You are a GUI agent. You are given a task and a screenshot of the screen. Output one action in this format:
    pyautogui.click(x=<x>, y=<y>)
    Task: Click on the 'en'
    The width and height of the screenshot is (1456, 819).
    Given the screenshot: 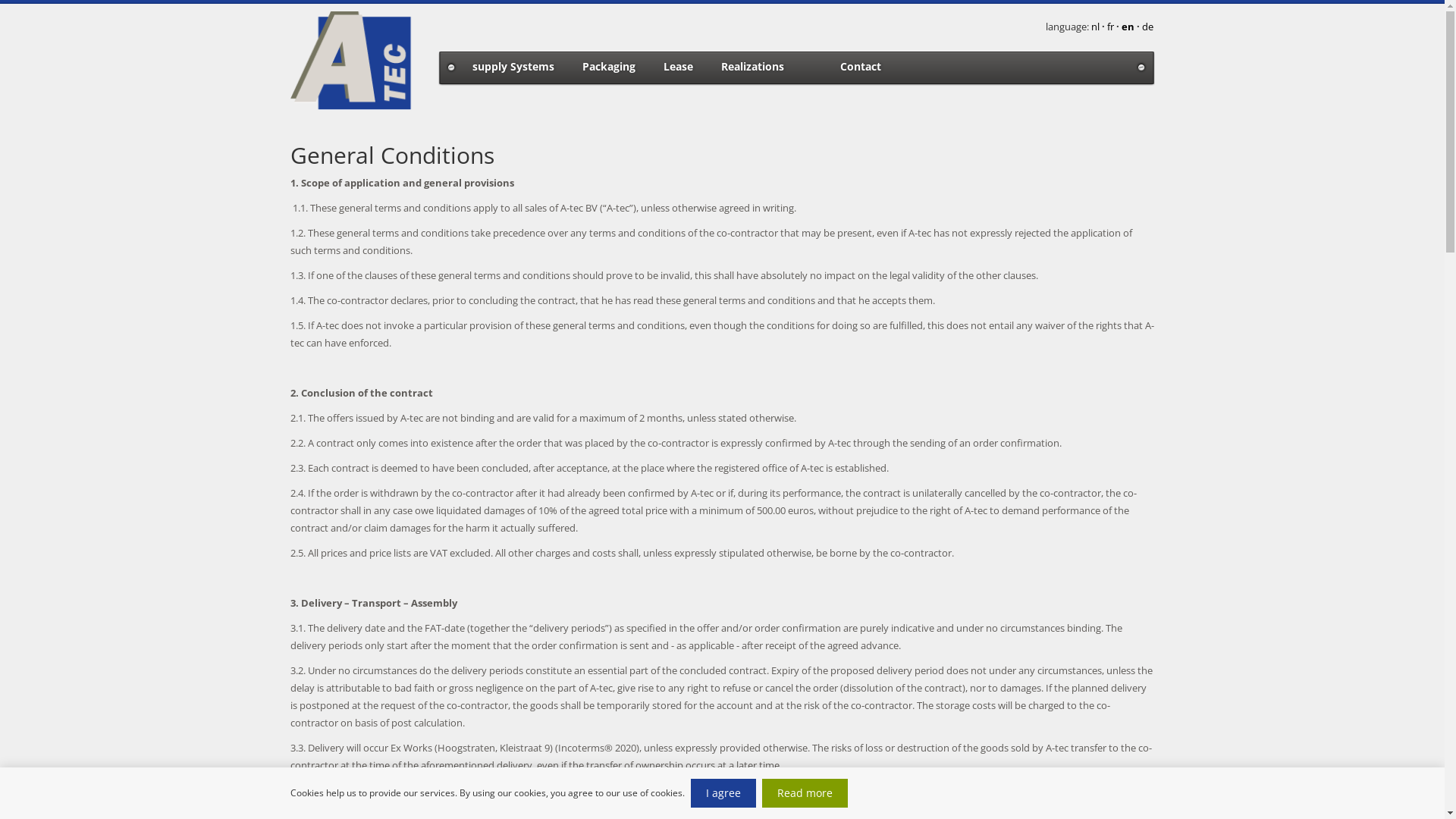 What is the action you would take?
    pyautogui.click(x=1121, y=26)
    